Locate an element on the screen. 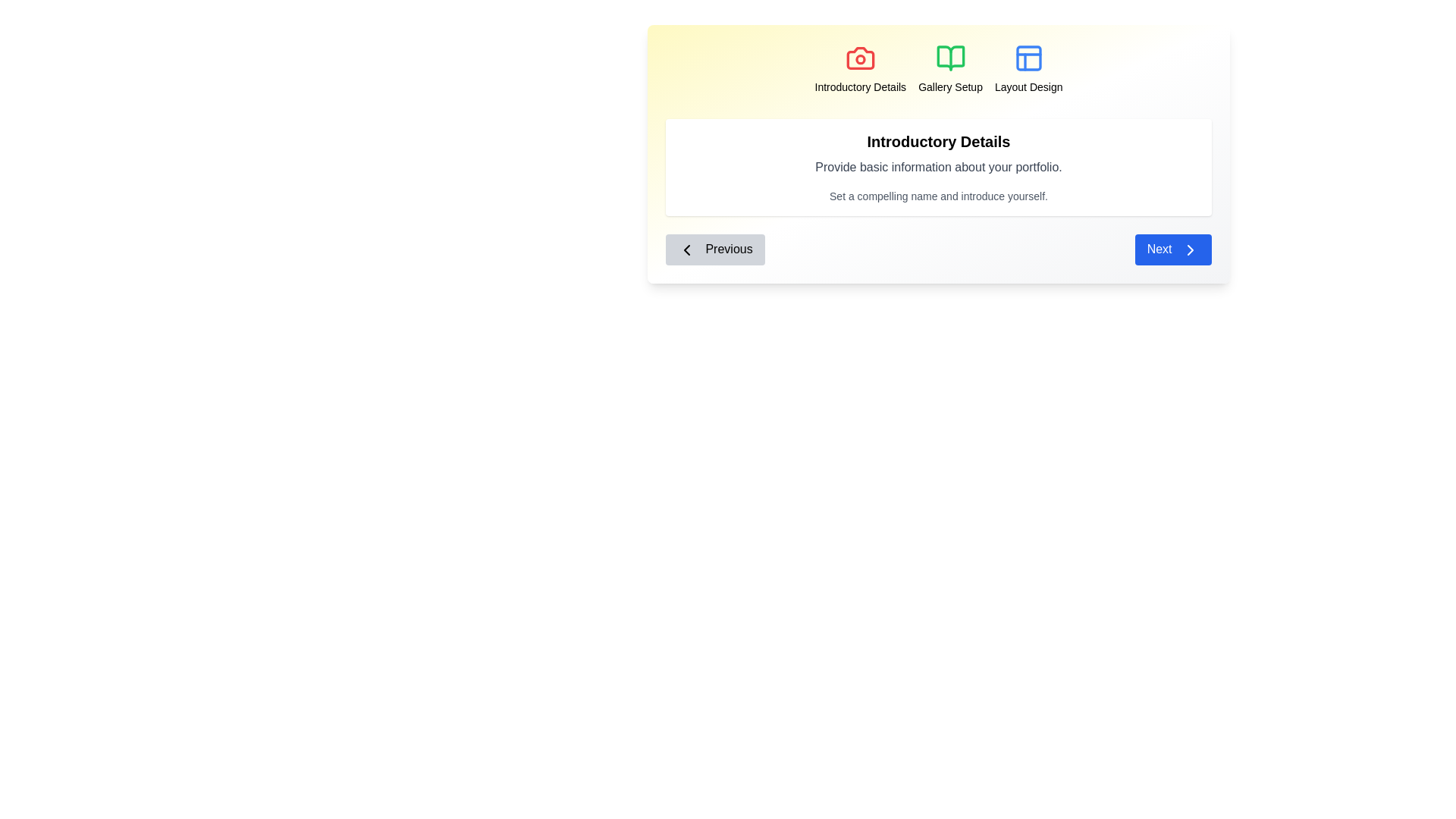 The width and height of the screenshot is (1456, 819). the 'Previous' button's icon that visually signifies navigating to the previous step, located at the bottom-left corner of the visible card interface is located at coordinates (686, 248).